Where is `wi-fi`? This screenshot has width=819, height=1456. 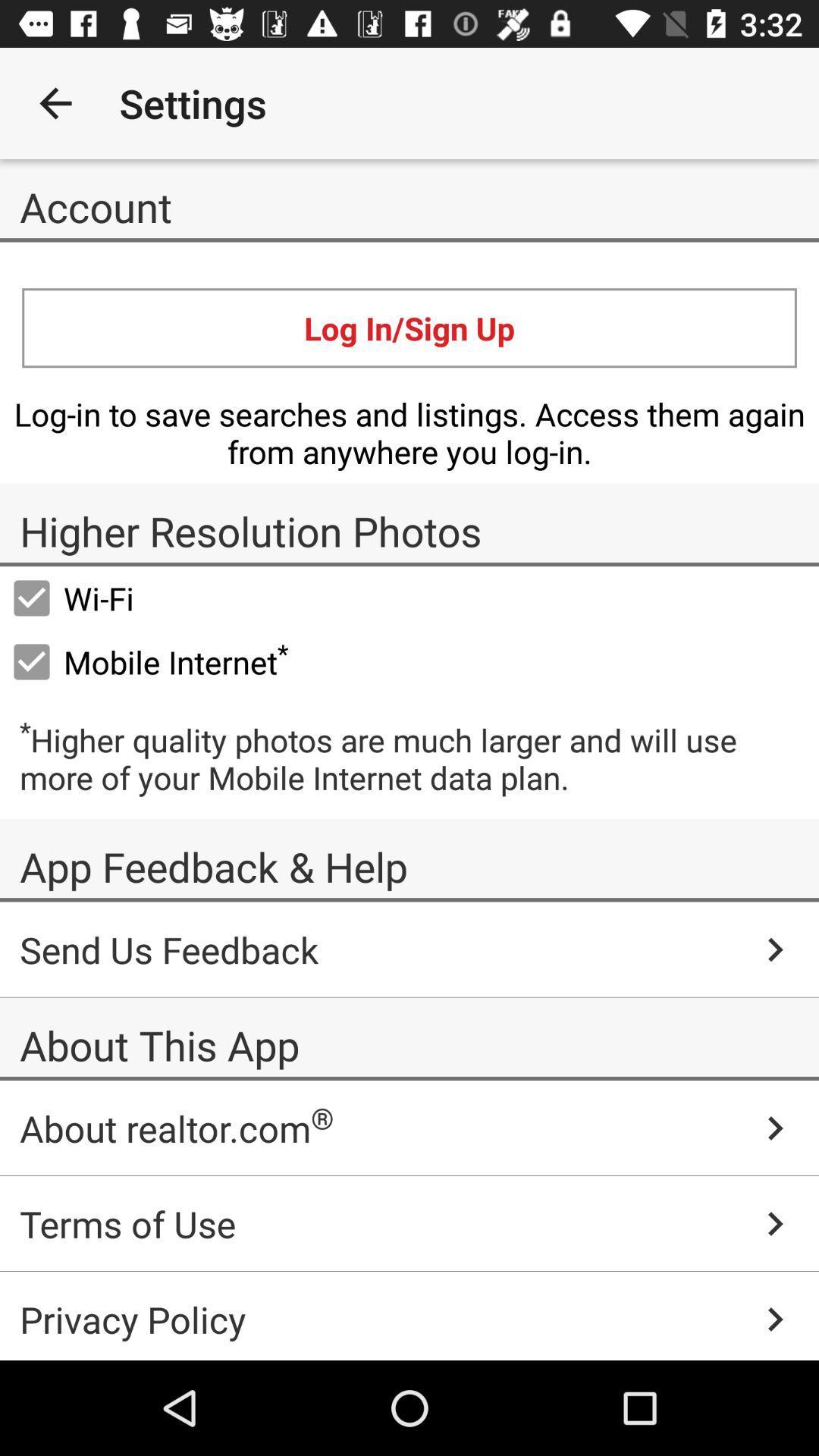
wi-fi is located at coordinates (72, 597).